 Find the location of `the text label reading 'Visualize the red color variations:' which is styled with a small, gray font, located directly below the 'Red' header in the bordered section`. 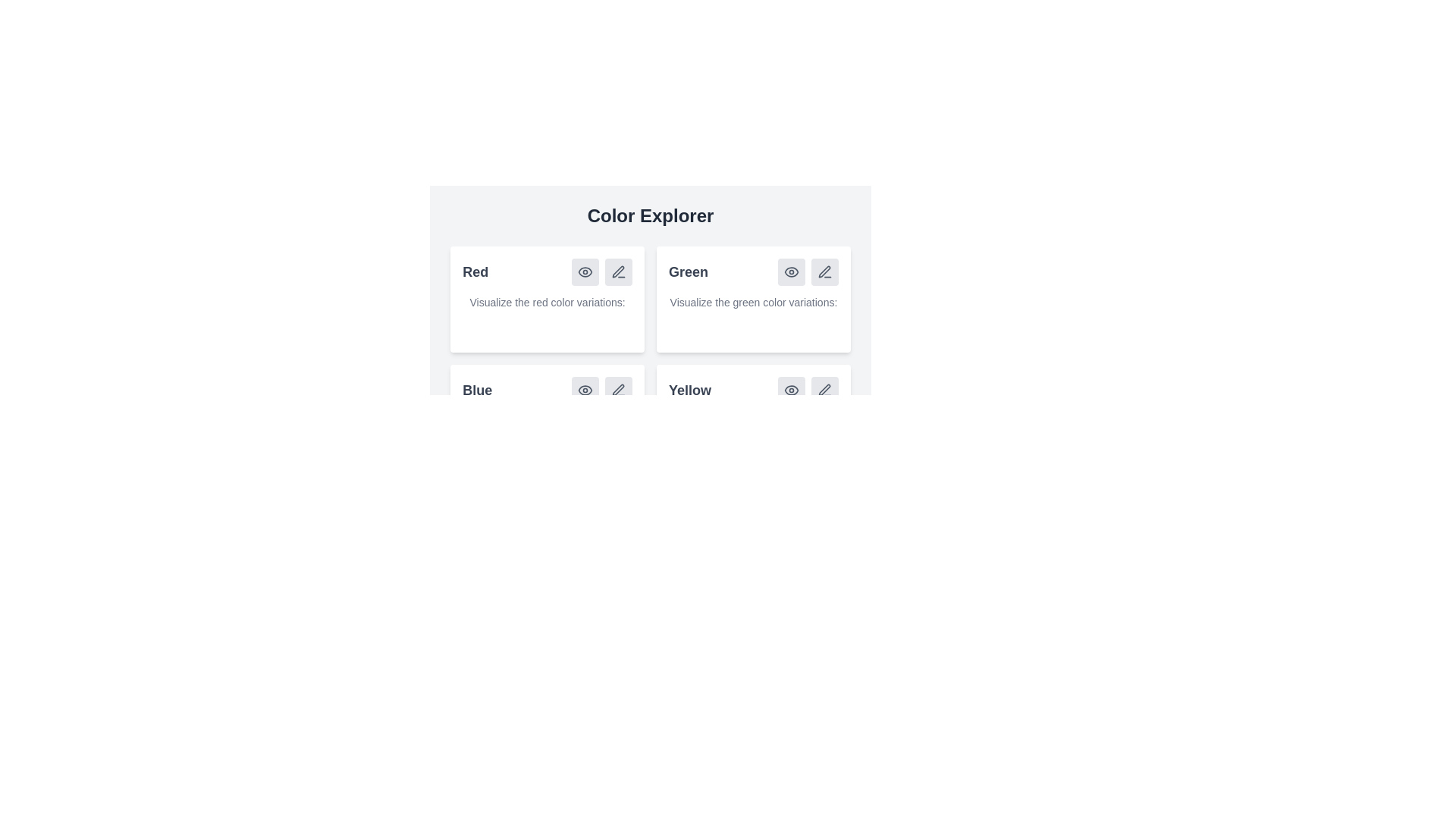

the text label reading 'Visualize the red color variations:' which is styled with a small, gray font, located directly below the 'Red' header in the bordered section is located at coordinates (547, 302).